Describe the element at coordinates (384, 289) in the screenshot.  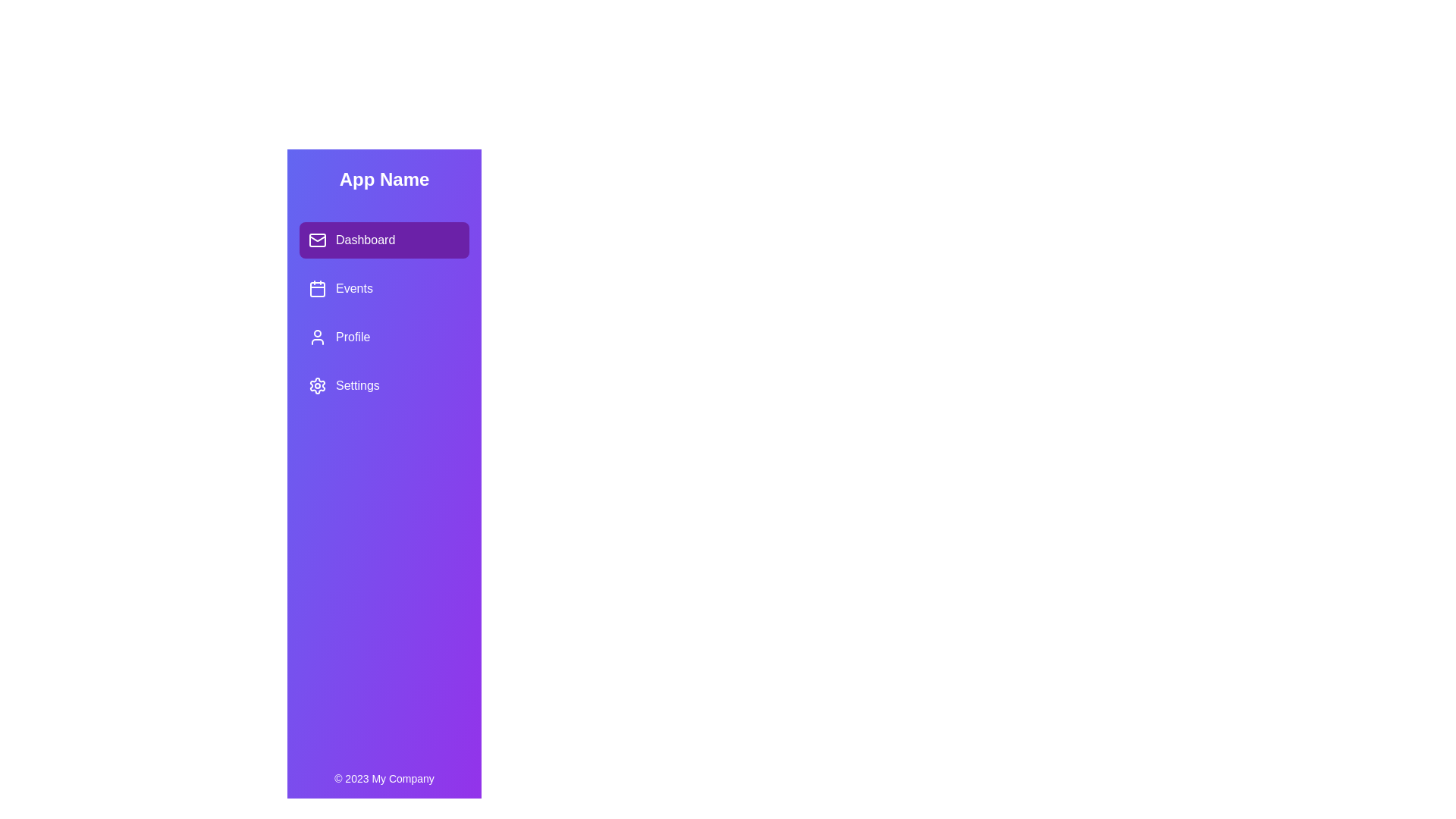
I see `the navigation item corresponding to Events` at that location.